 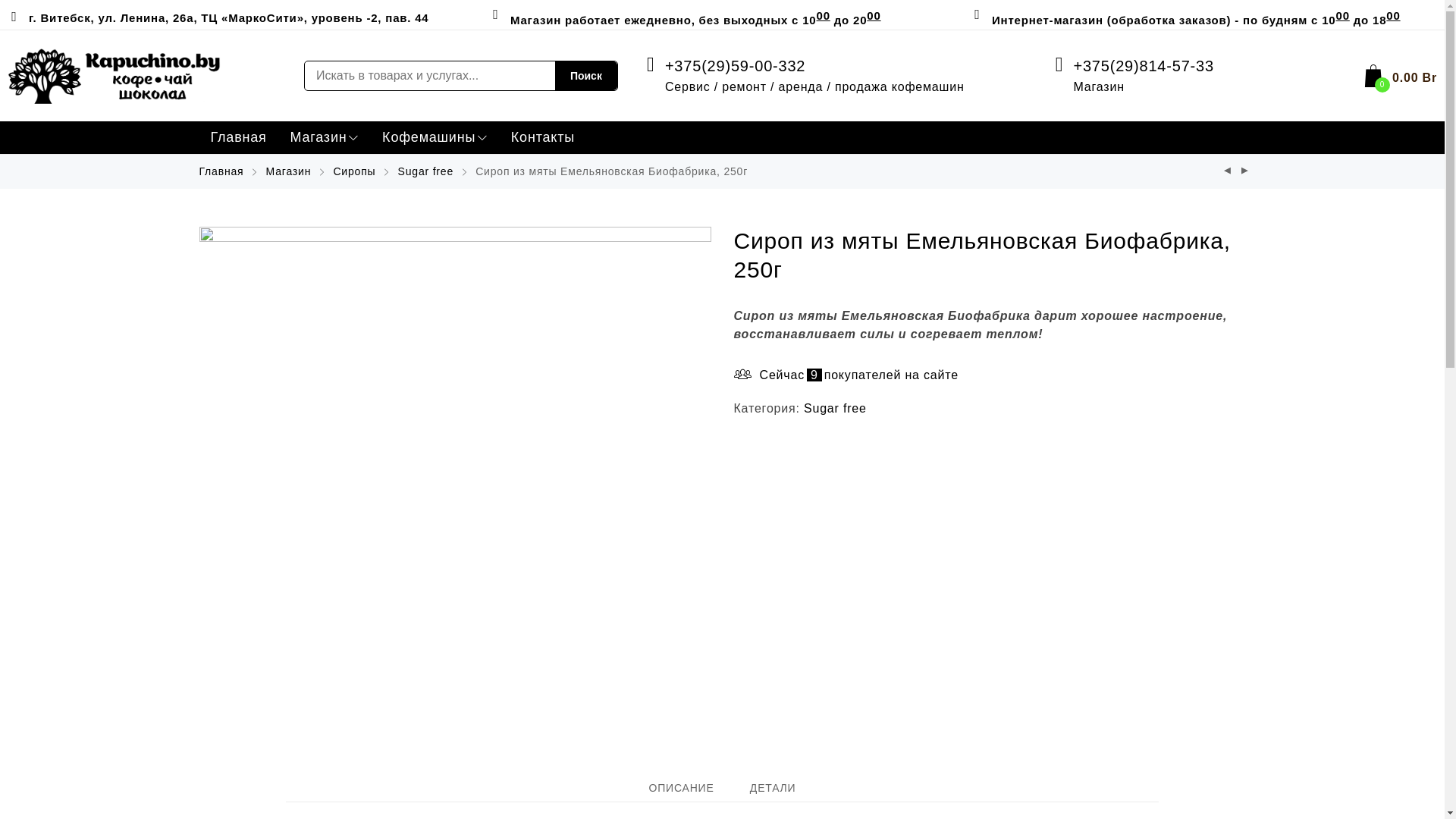 I want to click on 'Sugar free', so click(x=425, y=171).